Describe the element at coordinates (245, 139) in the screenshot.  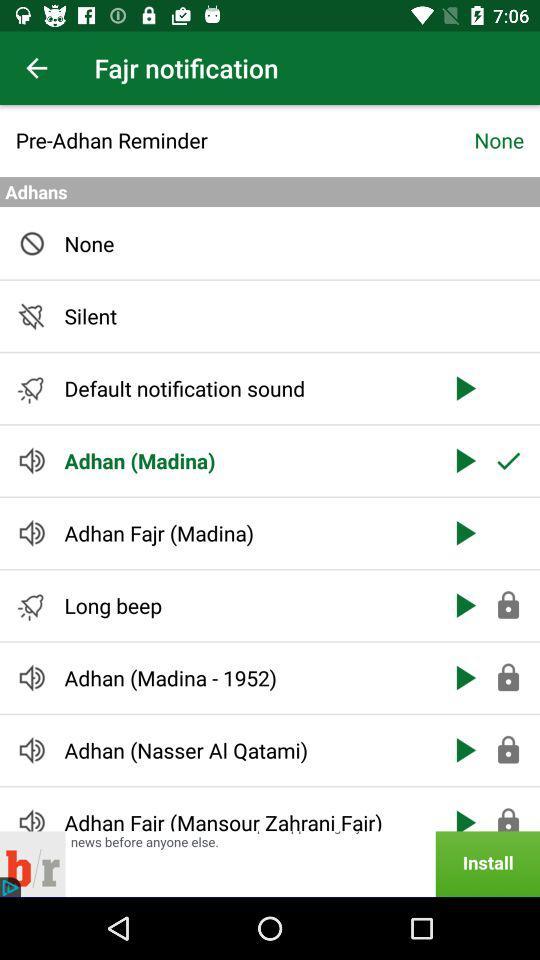
I see `item next to none icon` at that location.